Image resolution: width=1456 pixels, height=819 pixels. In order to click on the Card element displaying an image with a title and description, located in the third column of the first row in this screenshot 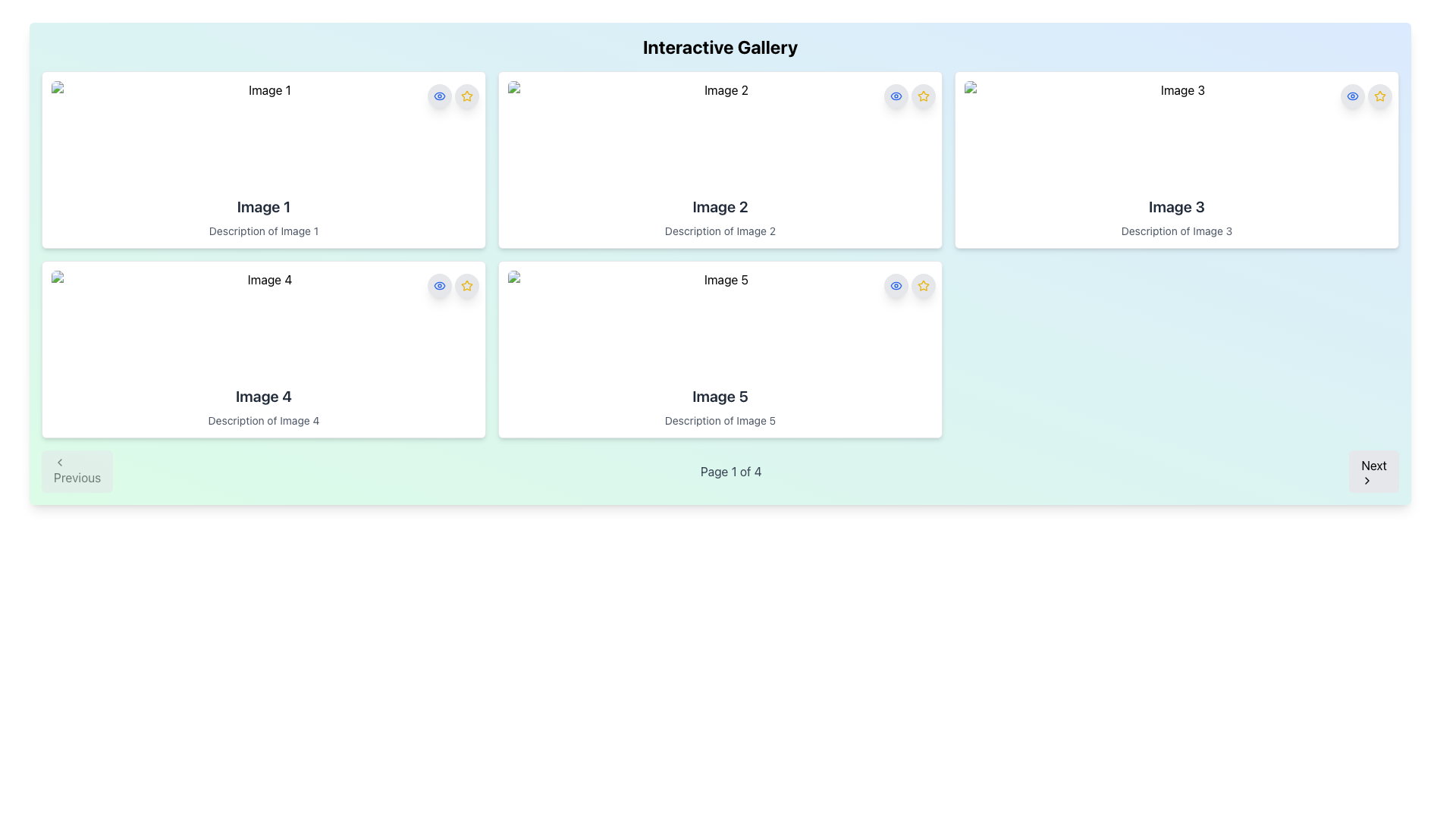, I will do `click(1175, 160)`.